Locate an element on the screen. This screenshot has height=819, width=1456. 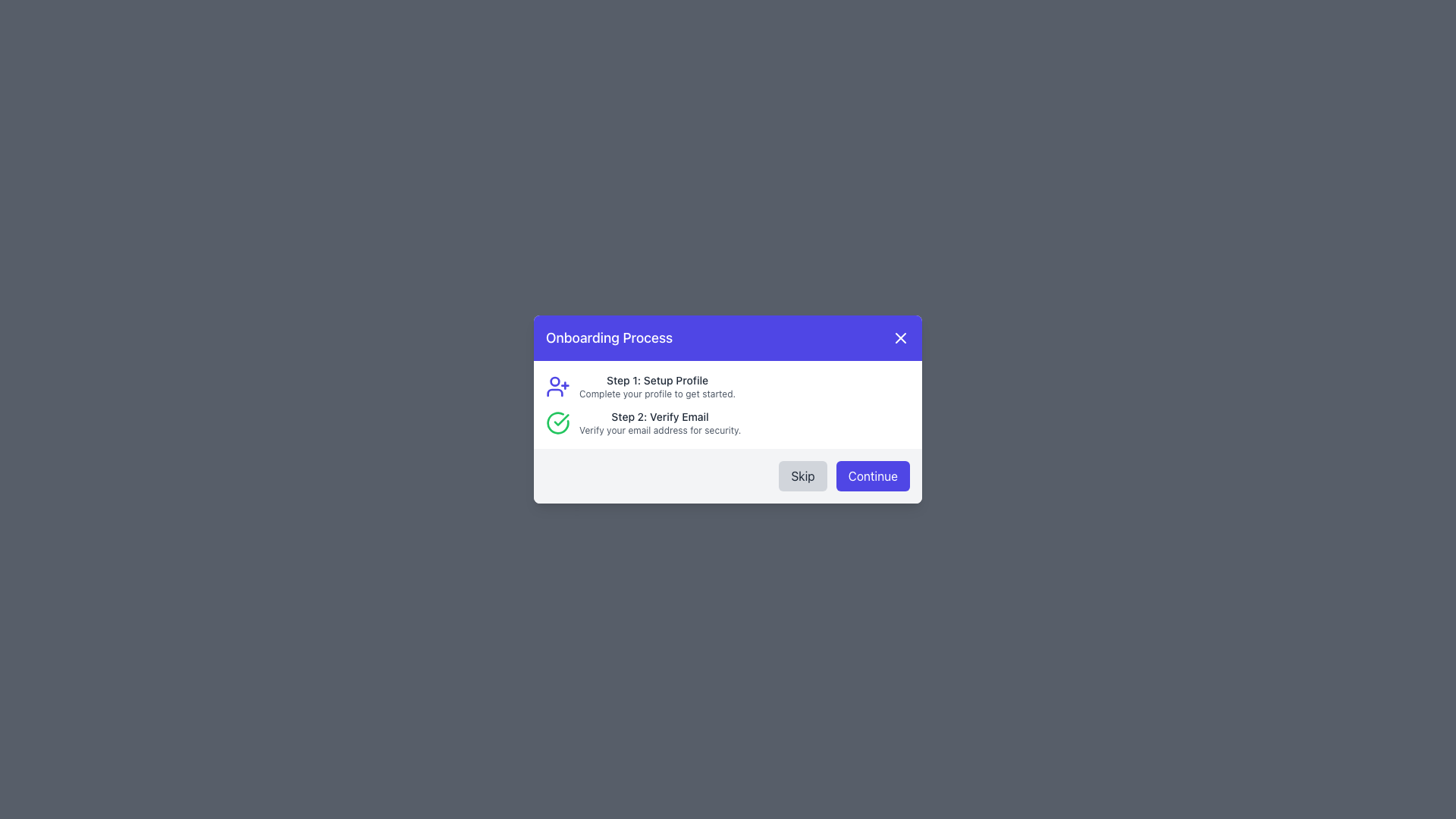
the status representation of the circular icon with a green outline and checkmark located next to the text 'Step 2: Verify Email' in the 'Onboarding Process' dialog box is located at coordinates (557, 423).